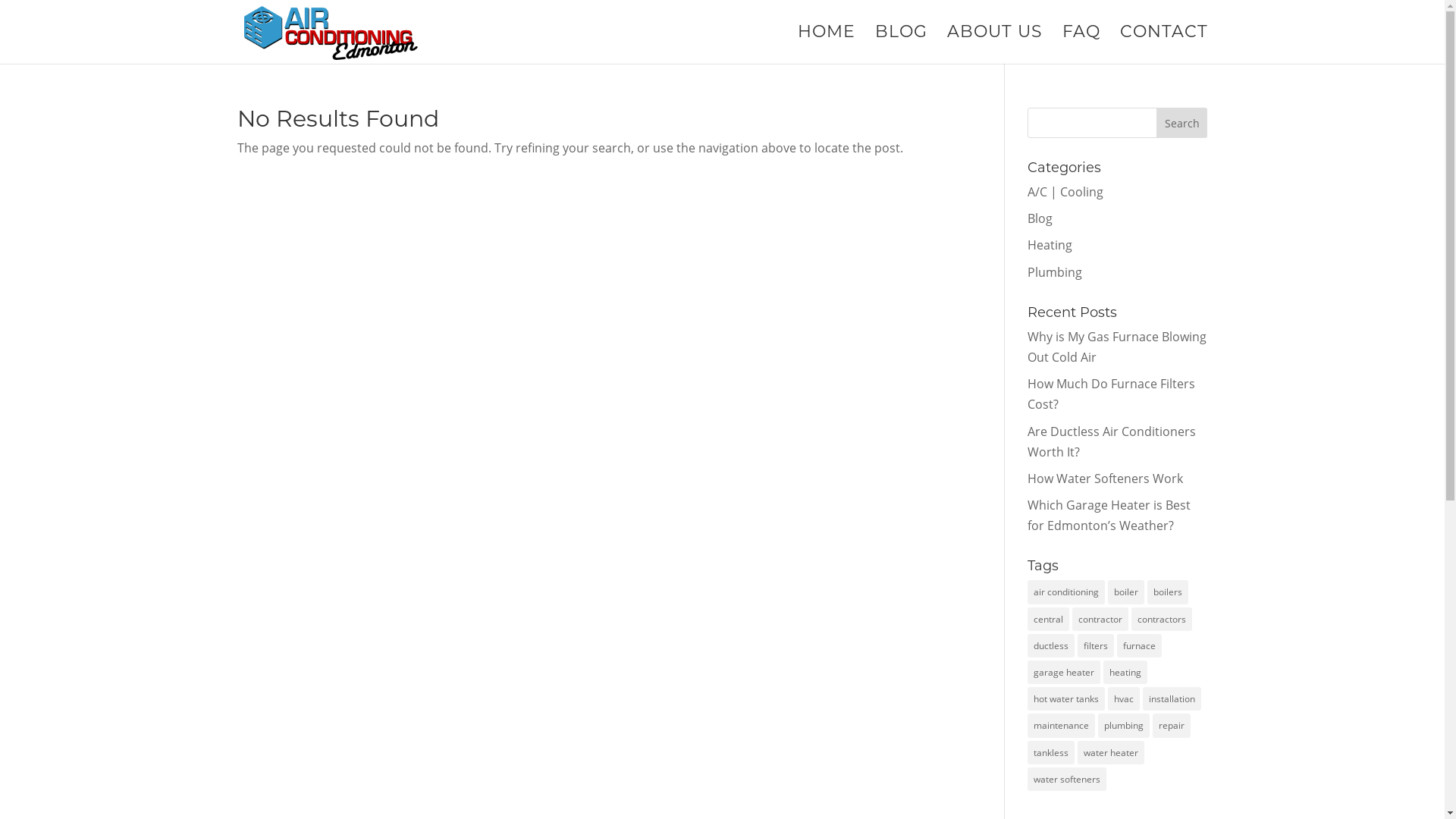  What do you see at coordinates (1062, 671) in the screenshot?
I see `'garage heater'` at bounding box center [1062, 671].